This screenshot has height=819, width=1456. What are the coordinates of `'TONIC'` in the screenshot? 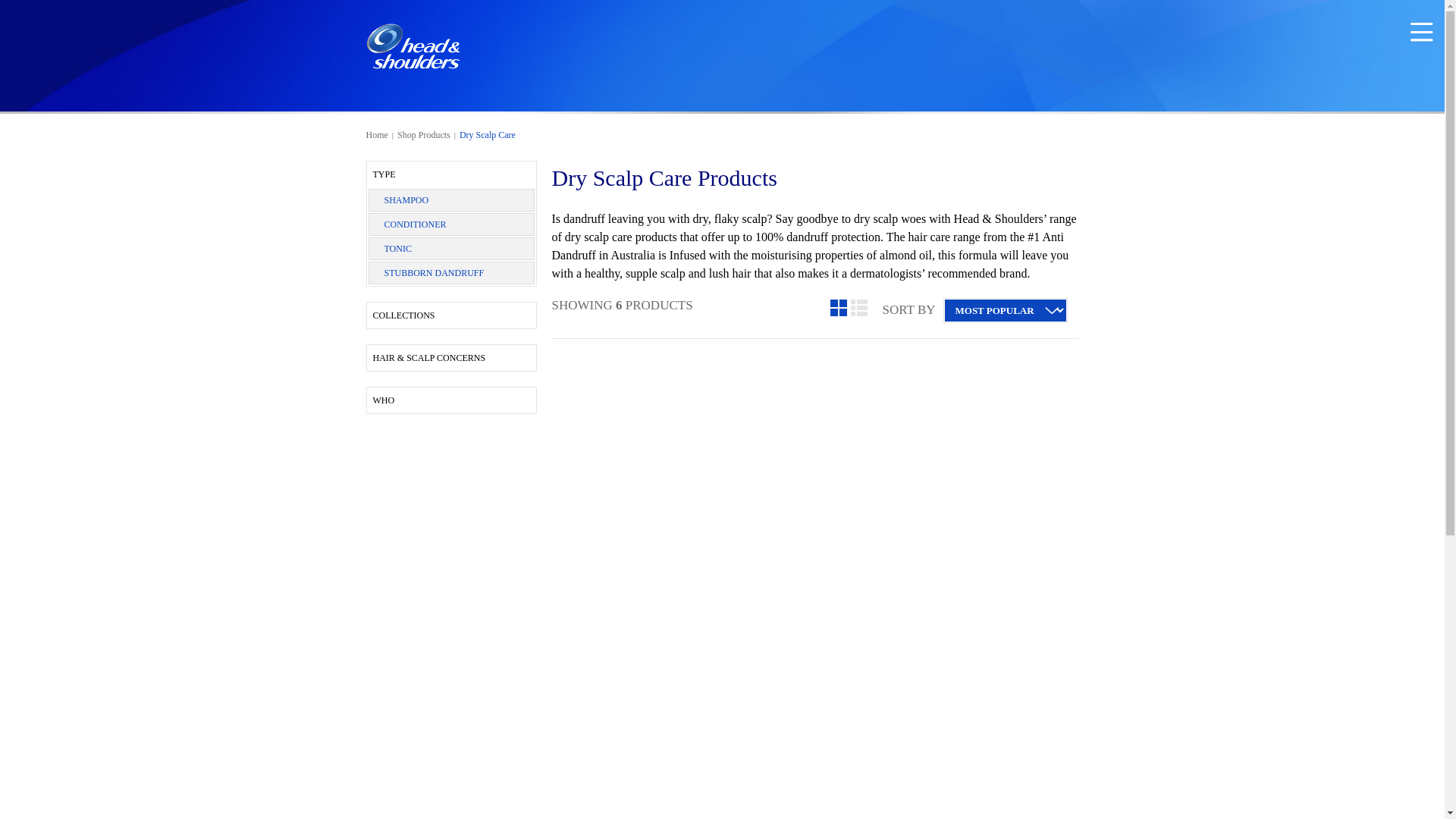 It's located at (383, 247).